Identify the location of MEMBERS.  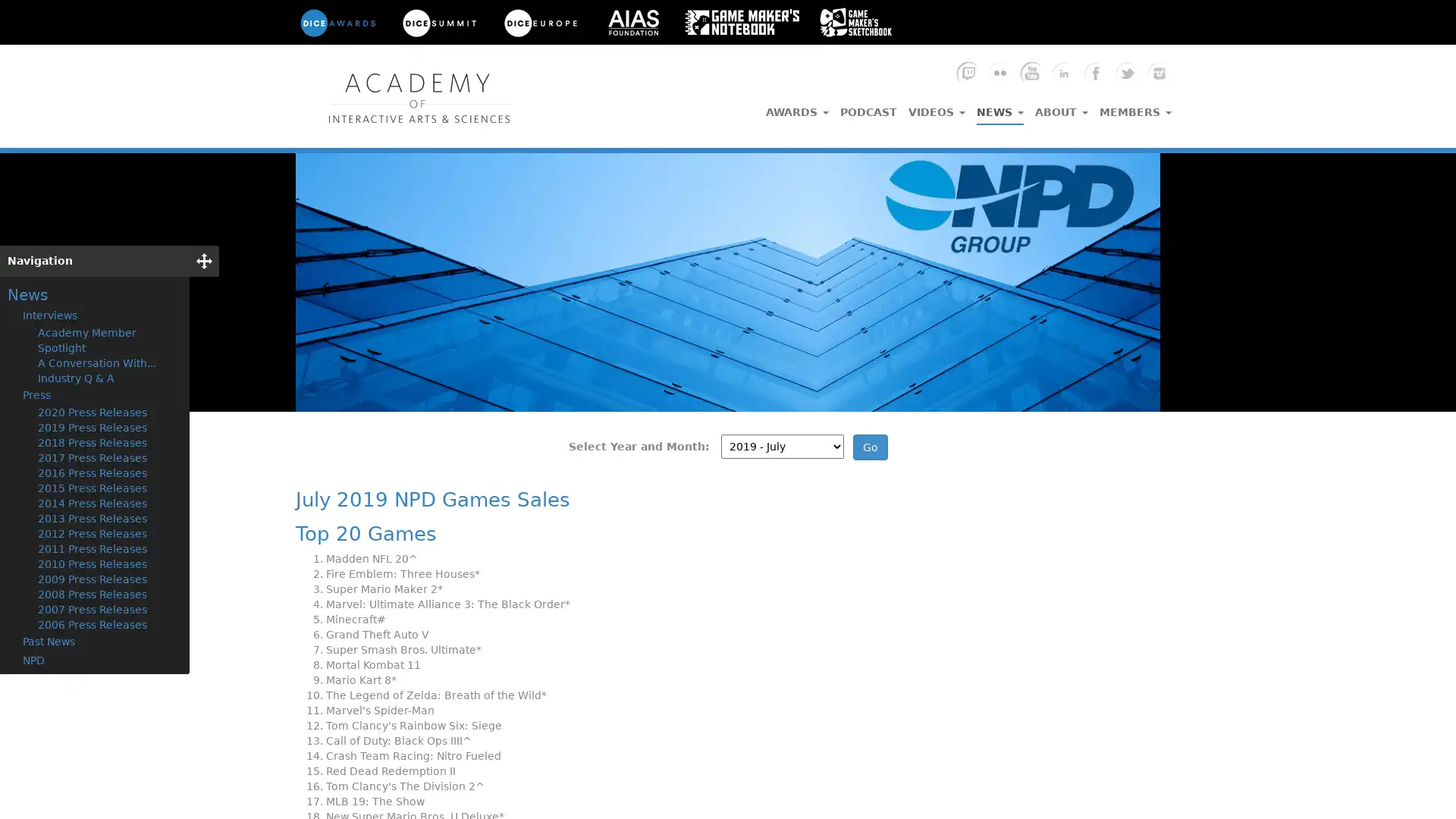
(1135, 107).